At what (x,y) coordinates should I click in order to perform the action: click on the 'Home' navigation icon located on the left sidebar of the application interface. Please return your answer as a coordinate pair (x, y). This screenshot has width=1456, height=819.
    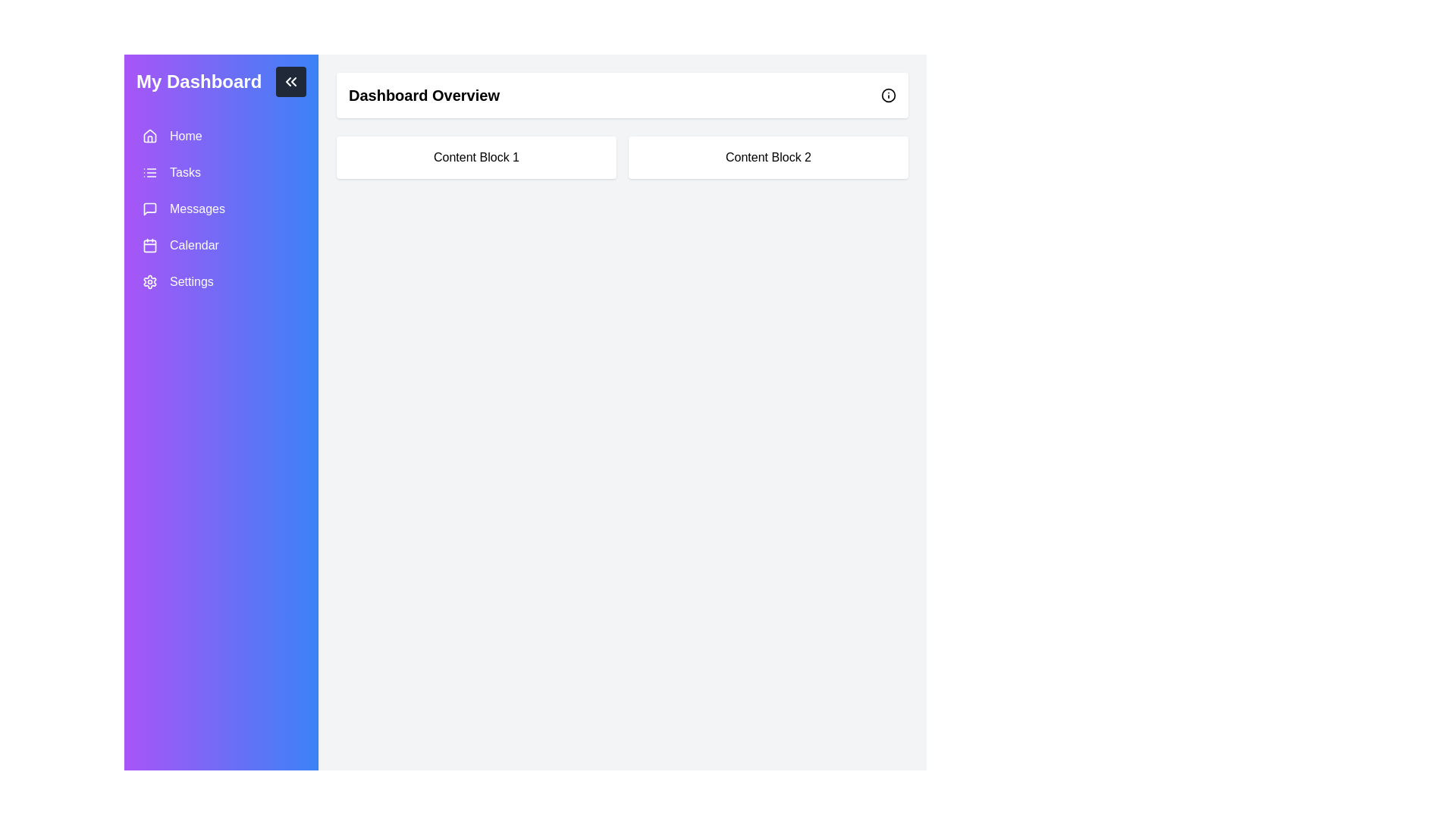
    Looking at the image, I should click on (149, 136).